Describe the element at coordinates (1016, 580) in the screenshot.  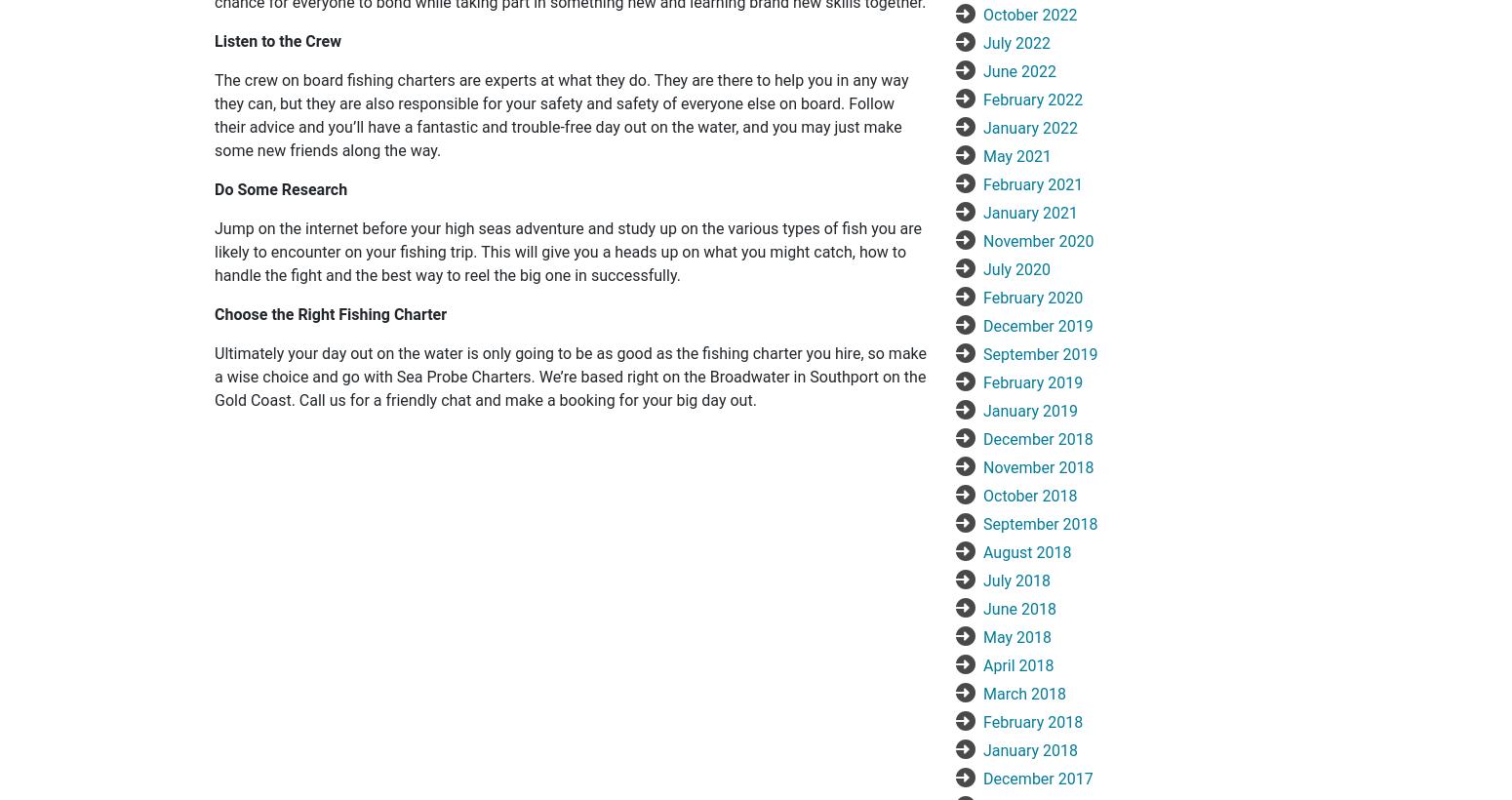
I see `'July 2018'` at that location.